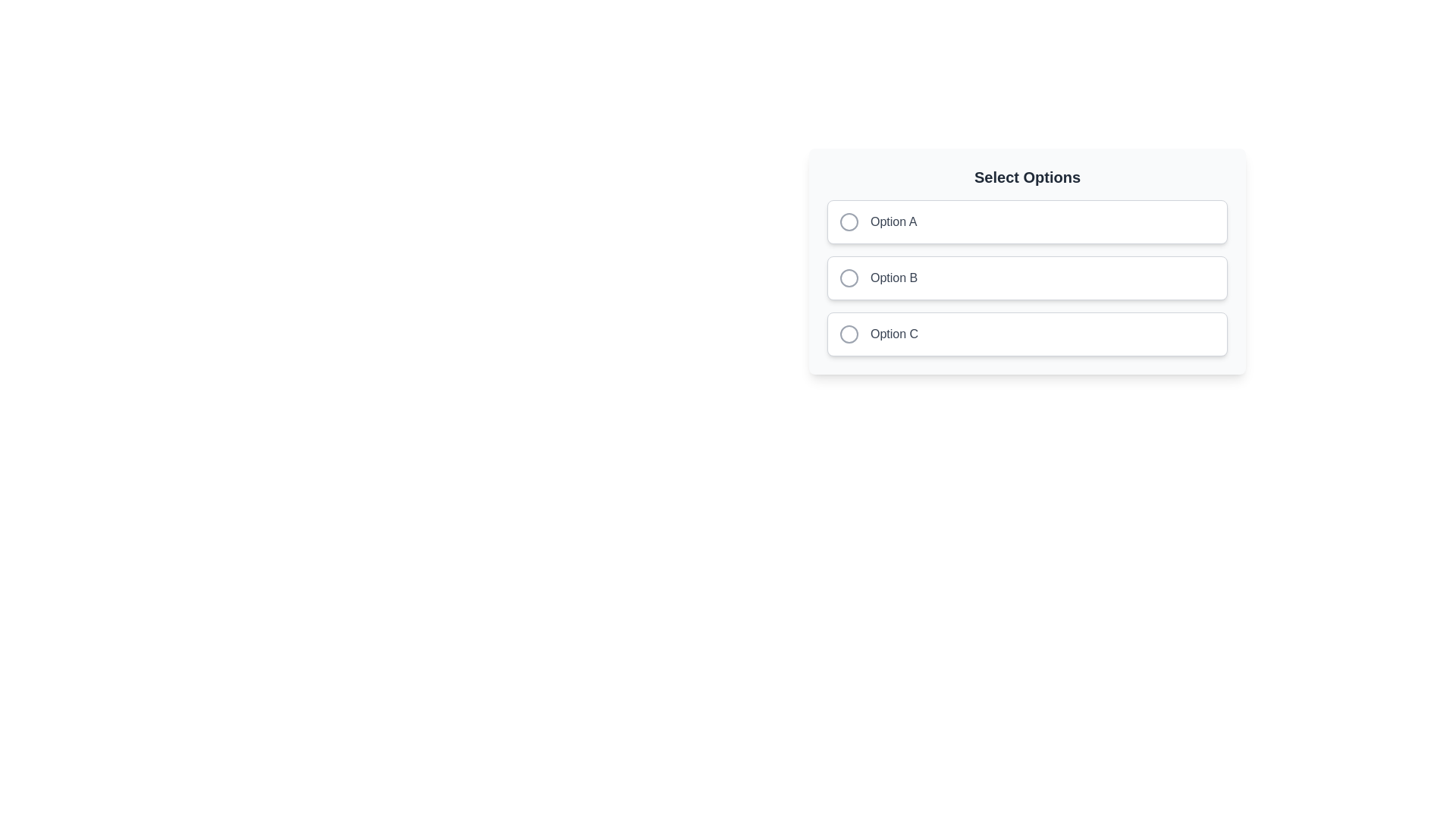  Describe the element at coordinates (1027, 278) in the screenshot. I see `the vertically aligned Selection Group labeled 'Option A,' 'Option B,' and 'Option C'` at that location.